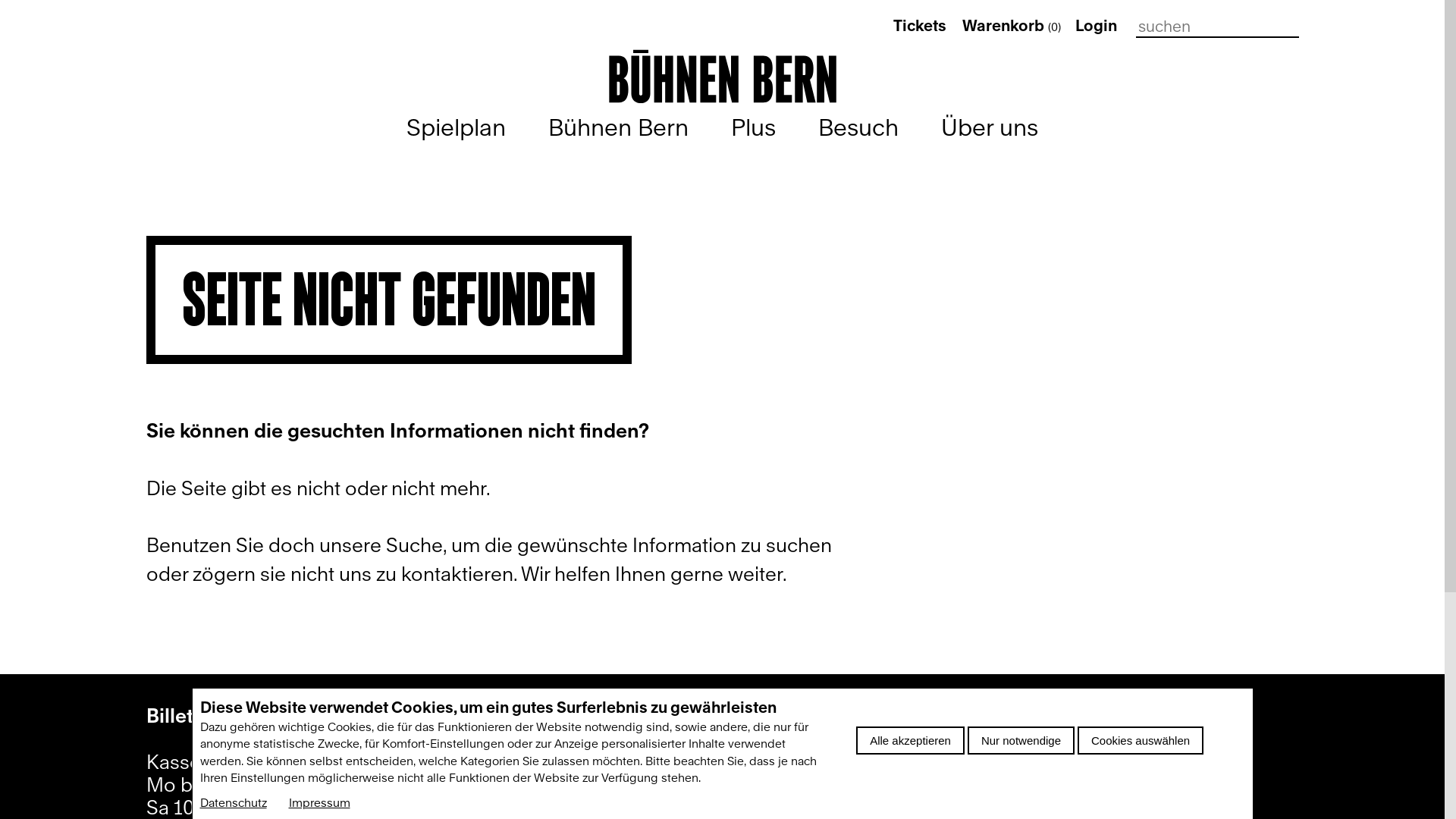 The height and width of the screenshot is (819, 1456). Describe the element at coordinates (858, 127) in the screenshot. I see `'Besuch'` at that location.